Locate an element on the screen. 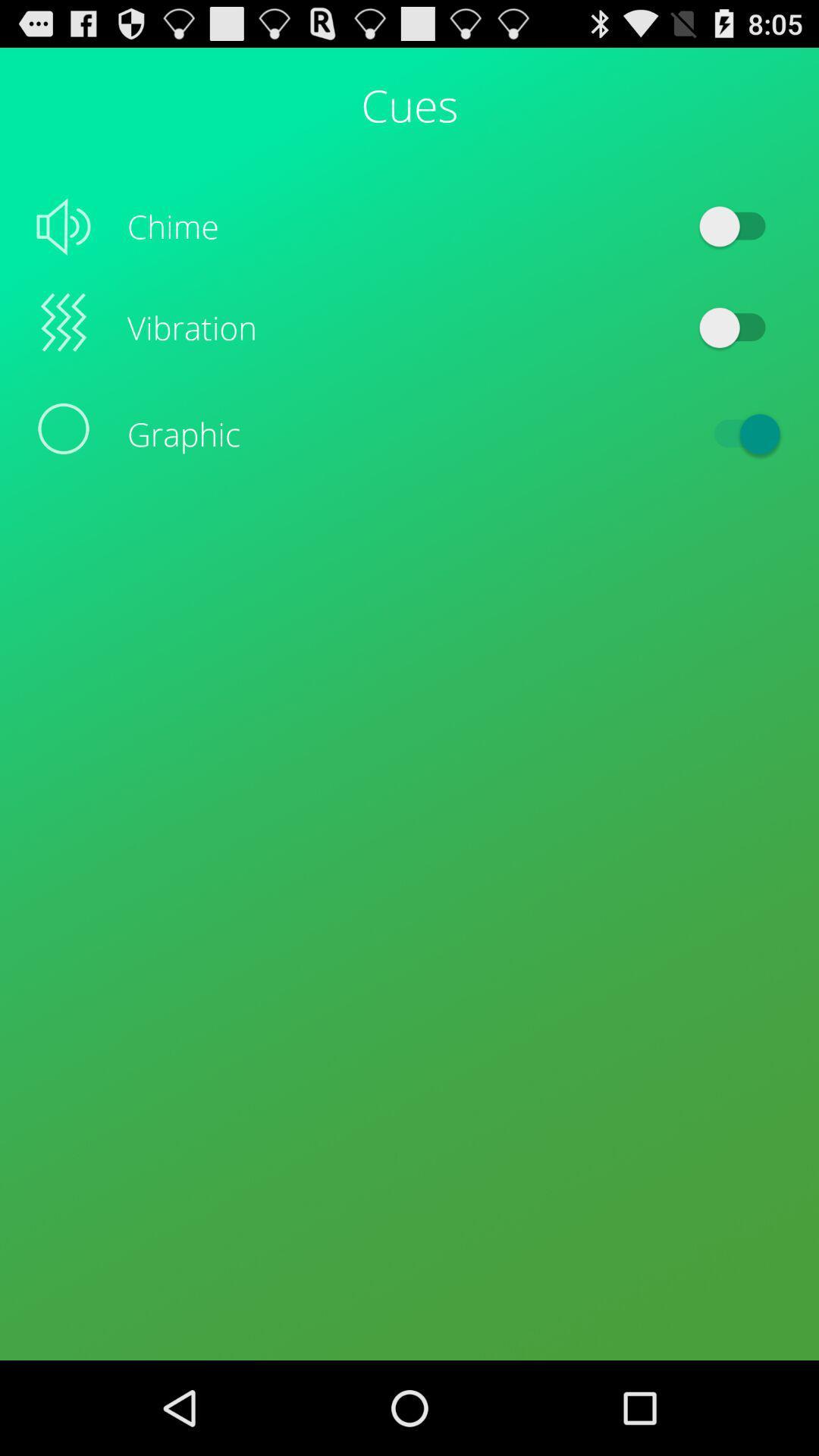 The width and height of the screenshot is (819, 1456). the icon next to the chime item is located at coordinates (739, 225).